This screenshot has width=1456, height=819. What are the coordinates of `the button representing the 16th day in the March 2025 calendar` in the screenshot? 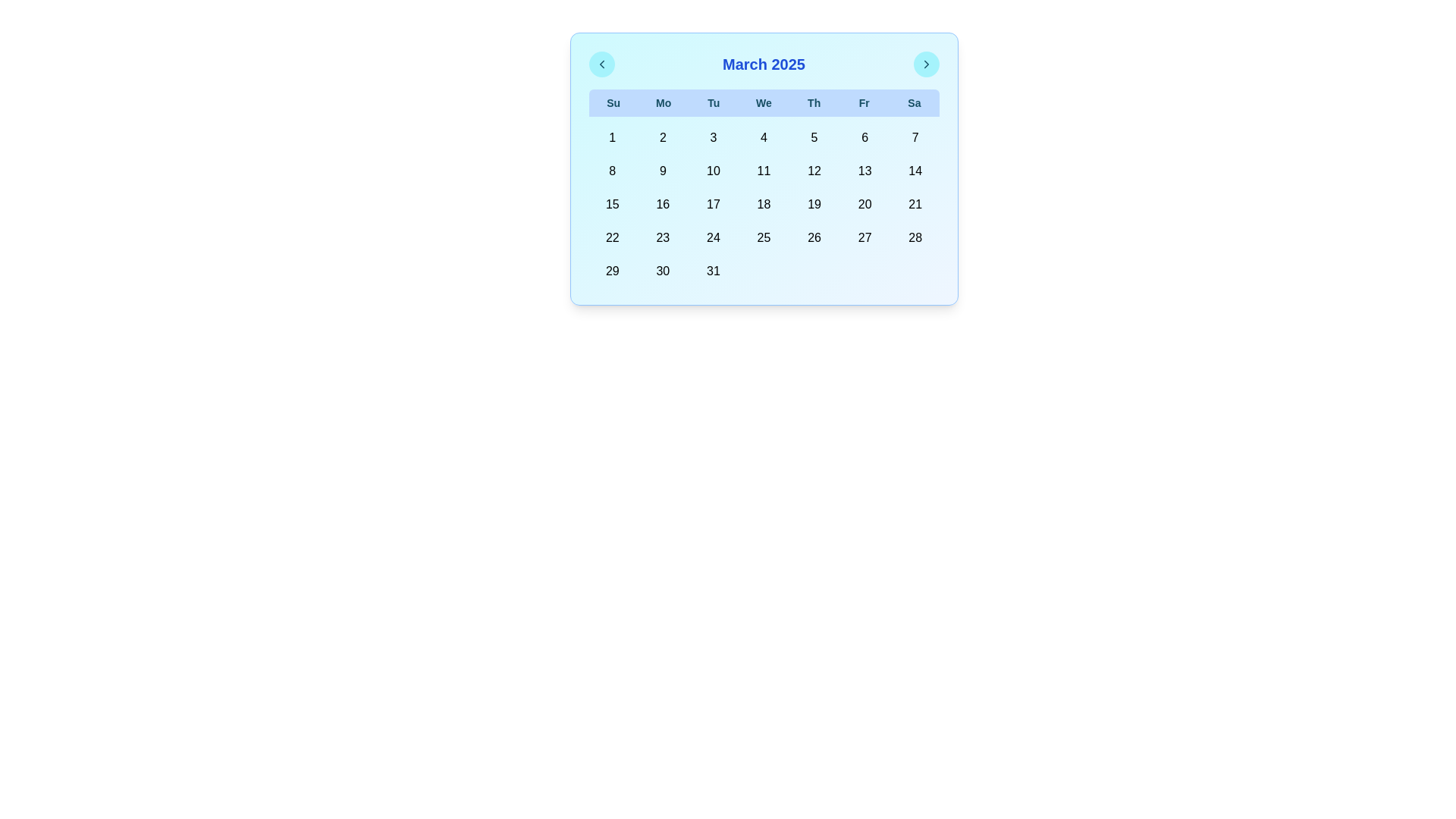 It's located at (663, 205).